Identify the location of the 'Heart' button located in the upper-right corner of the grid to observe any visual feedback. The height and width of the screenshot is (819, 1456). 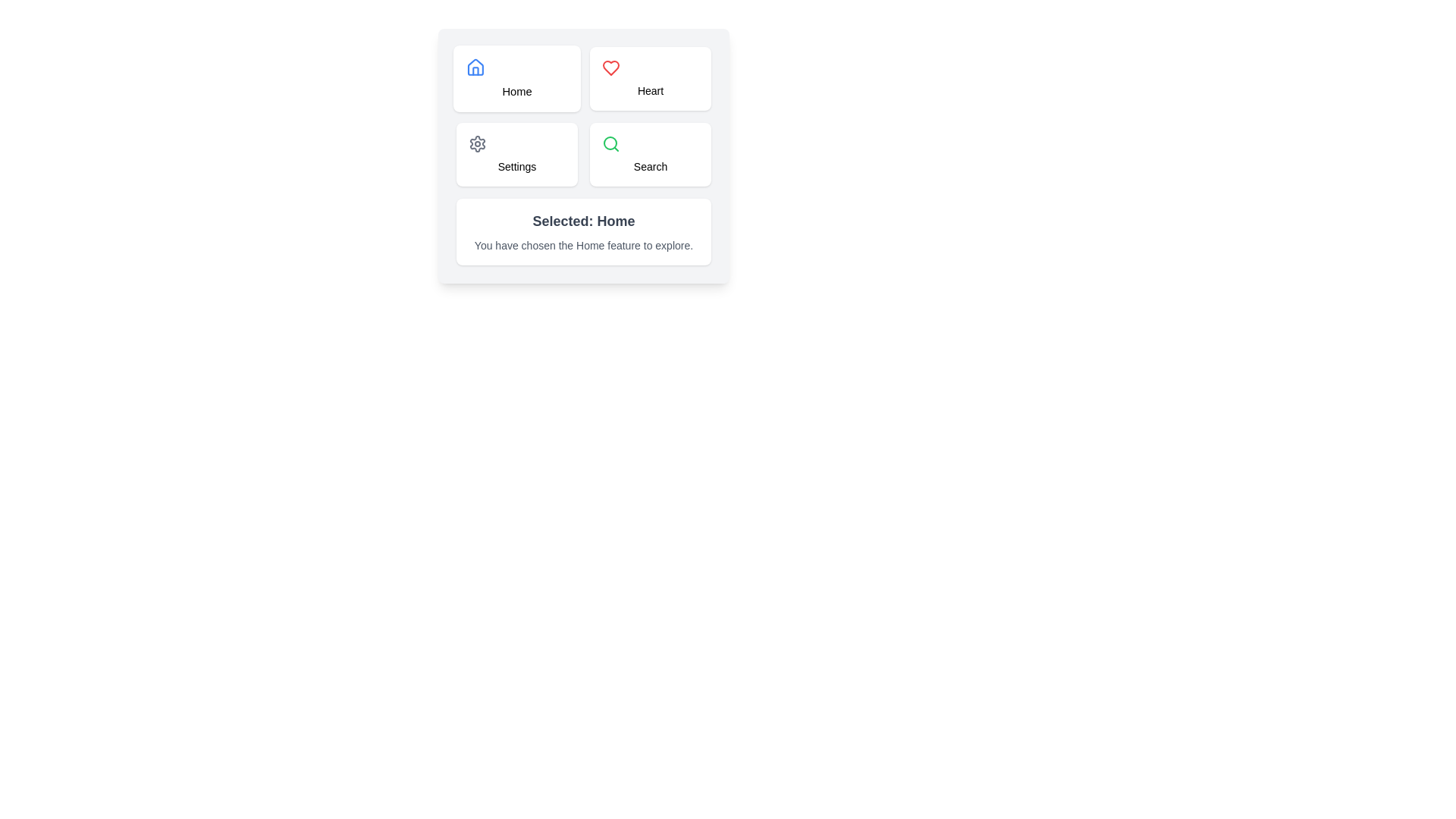
(651, 79).